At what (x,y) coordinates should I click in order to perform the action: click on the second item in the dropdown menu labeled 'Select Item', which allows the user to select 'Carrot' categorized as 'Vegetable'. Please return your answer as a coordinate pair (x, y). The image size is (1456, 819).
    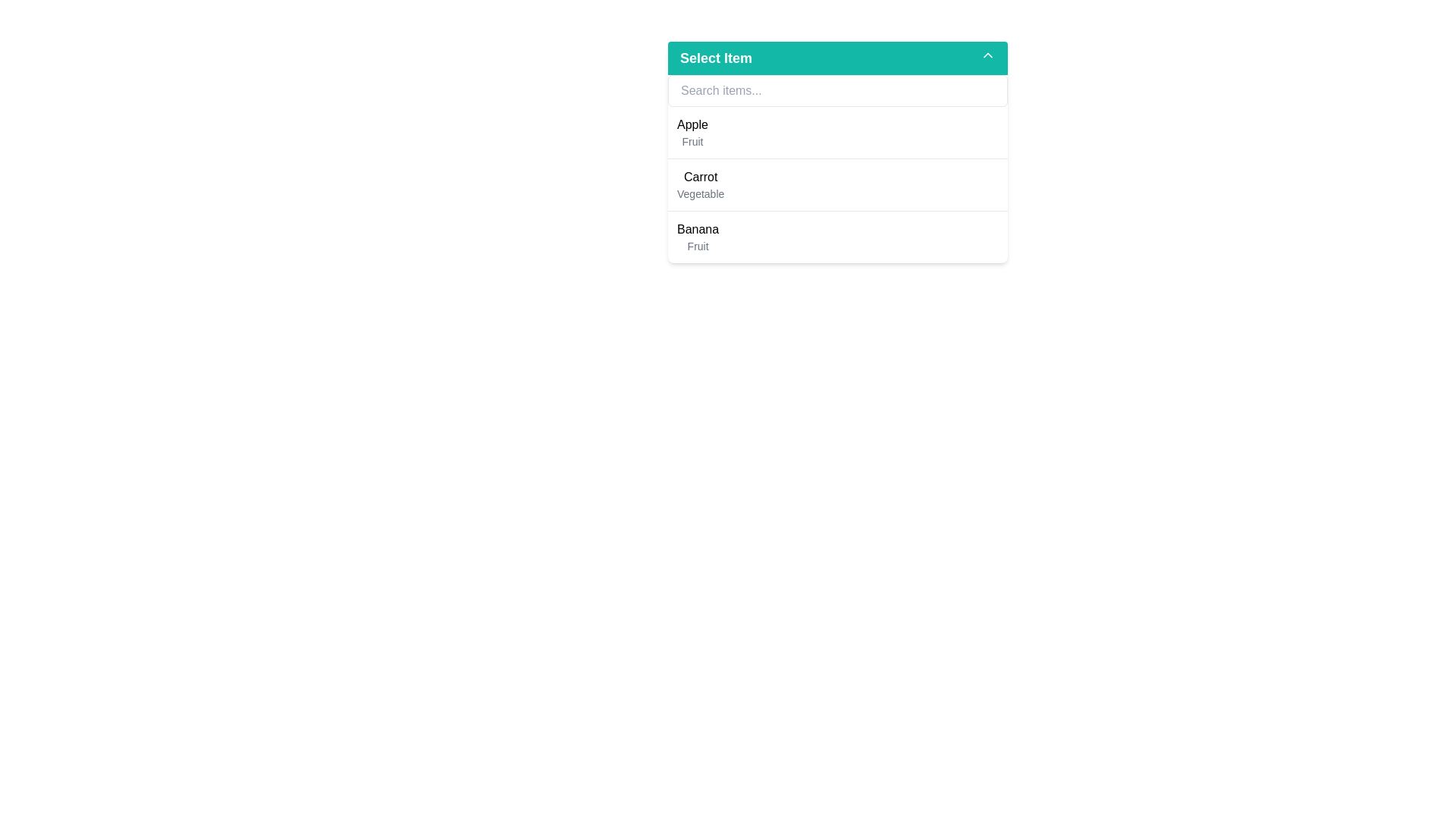
    Looking at the image, I should click on (836, 169).